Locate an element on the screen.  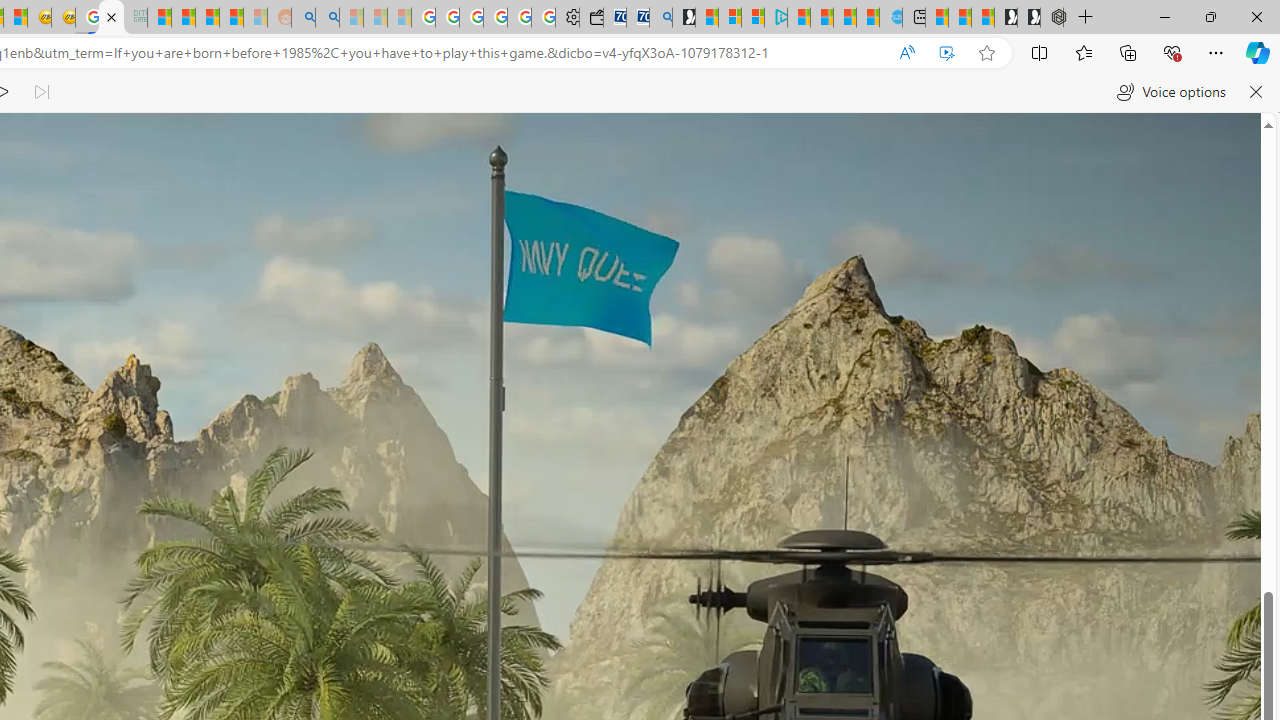
'Voice options' is located at coordinates (1171, 92).